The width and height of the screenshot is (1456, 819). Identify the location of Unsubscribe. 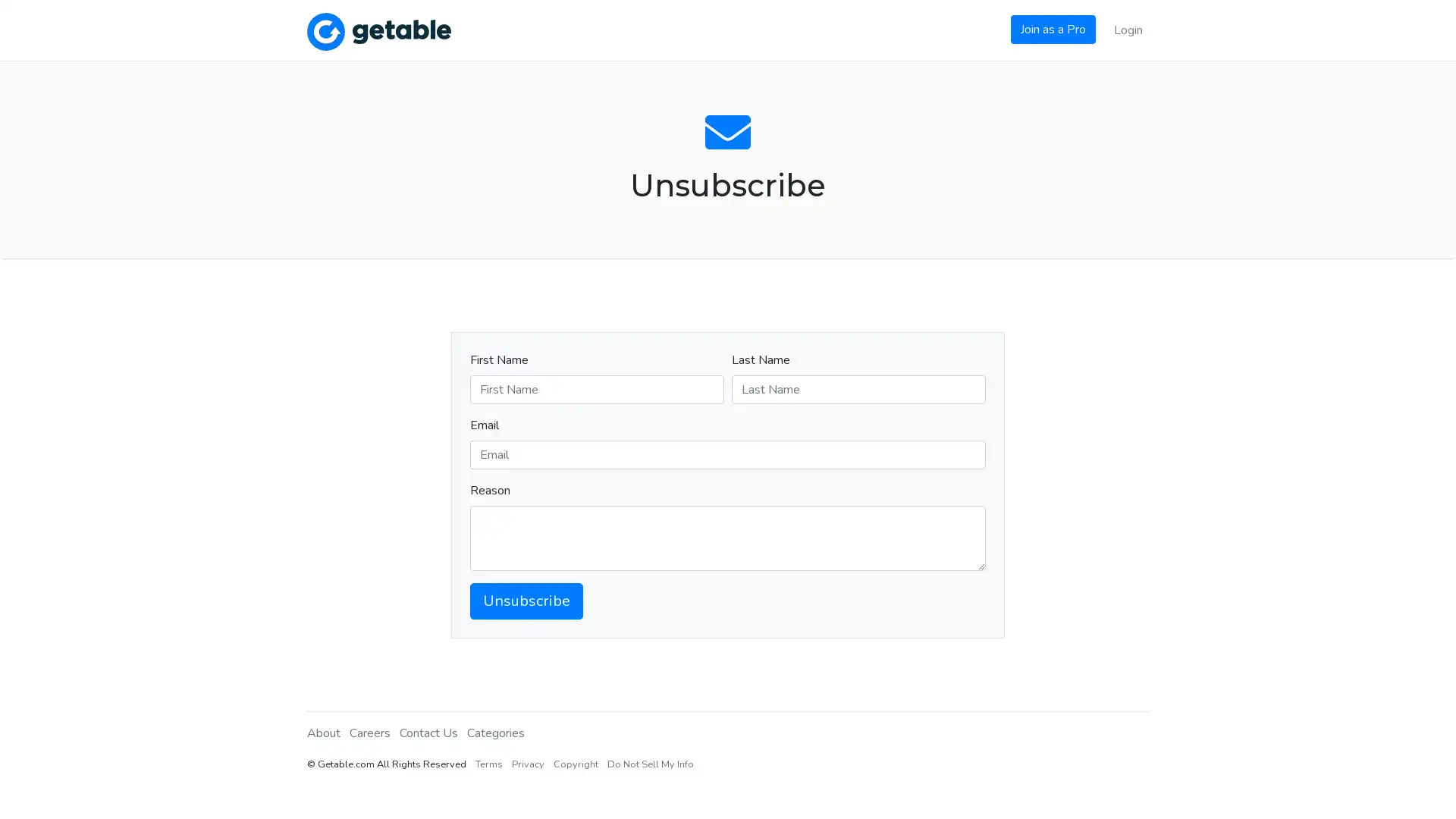
(526, 599).